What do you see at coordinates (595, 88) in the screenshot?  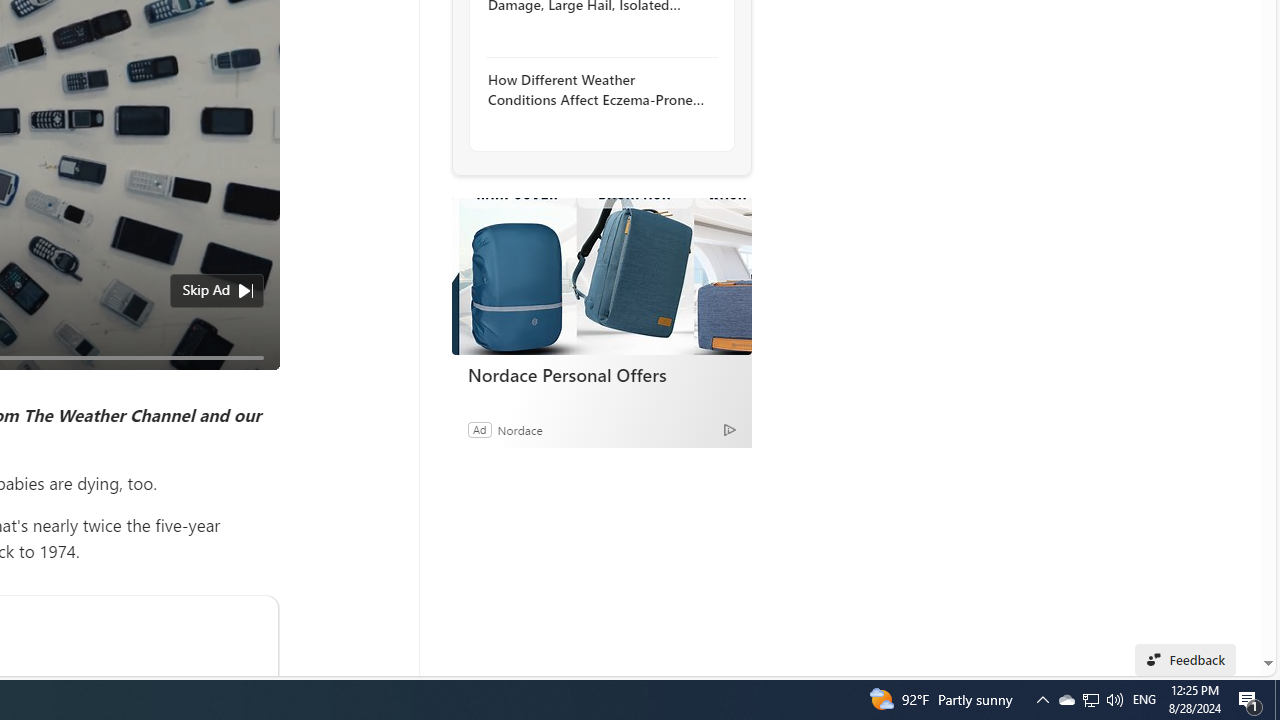 I see `'How Different Weather Conditions Affect Eczema-Prone Skin'` at bounding box center [595, 88].